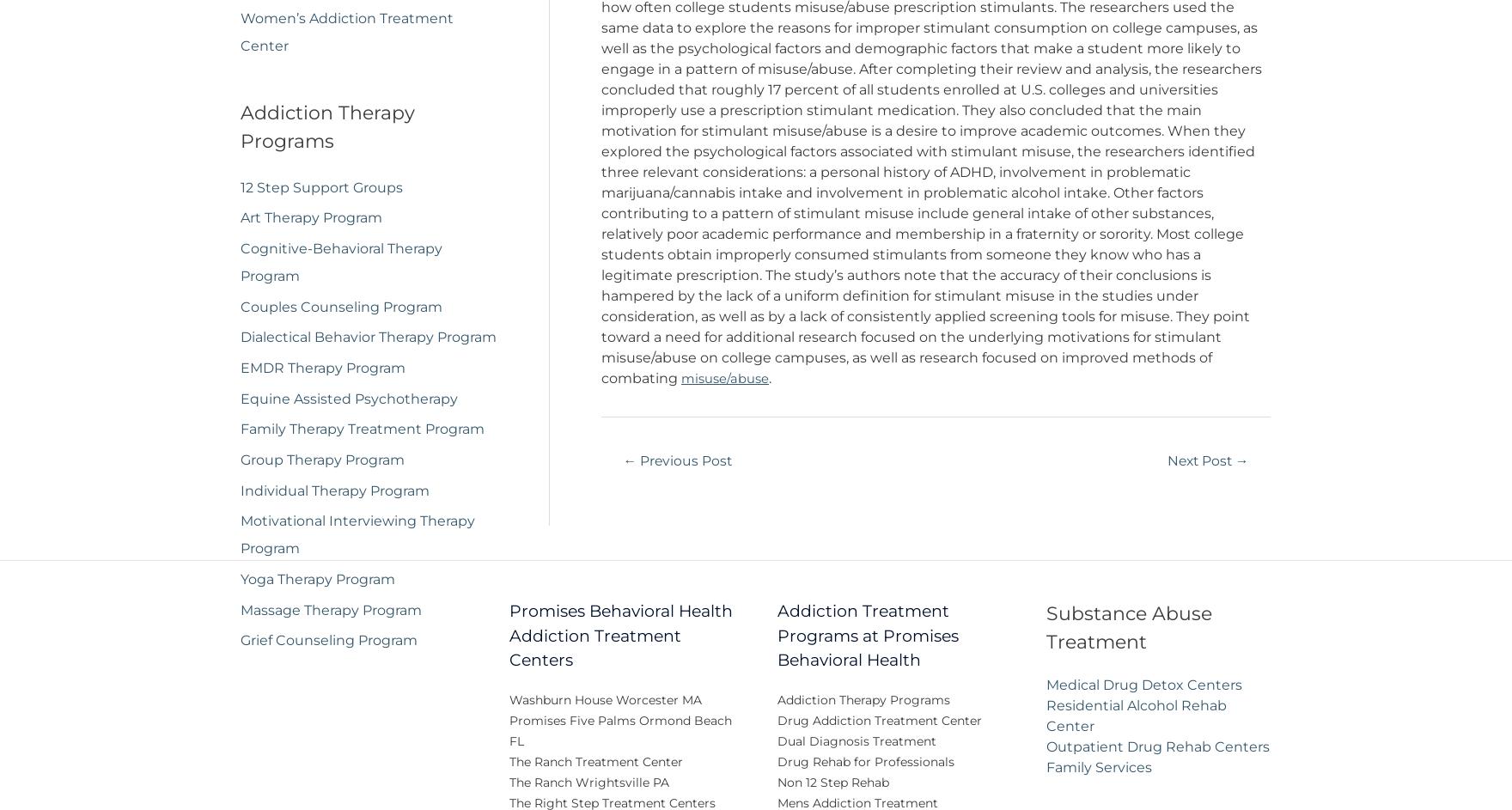 This screenshot has height=810, width=1512. I want to click on 'Women’s Addiction Treatment Center', so click(240, 40).